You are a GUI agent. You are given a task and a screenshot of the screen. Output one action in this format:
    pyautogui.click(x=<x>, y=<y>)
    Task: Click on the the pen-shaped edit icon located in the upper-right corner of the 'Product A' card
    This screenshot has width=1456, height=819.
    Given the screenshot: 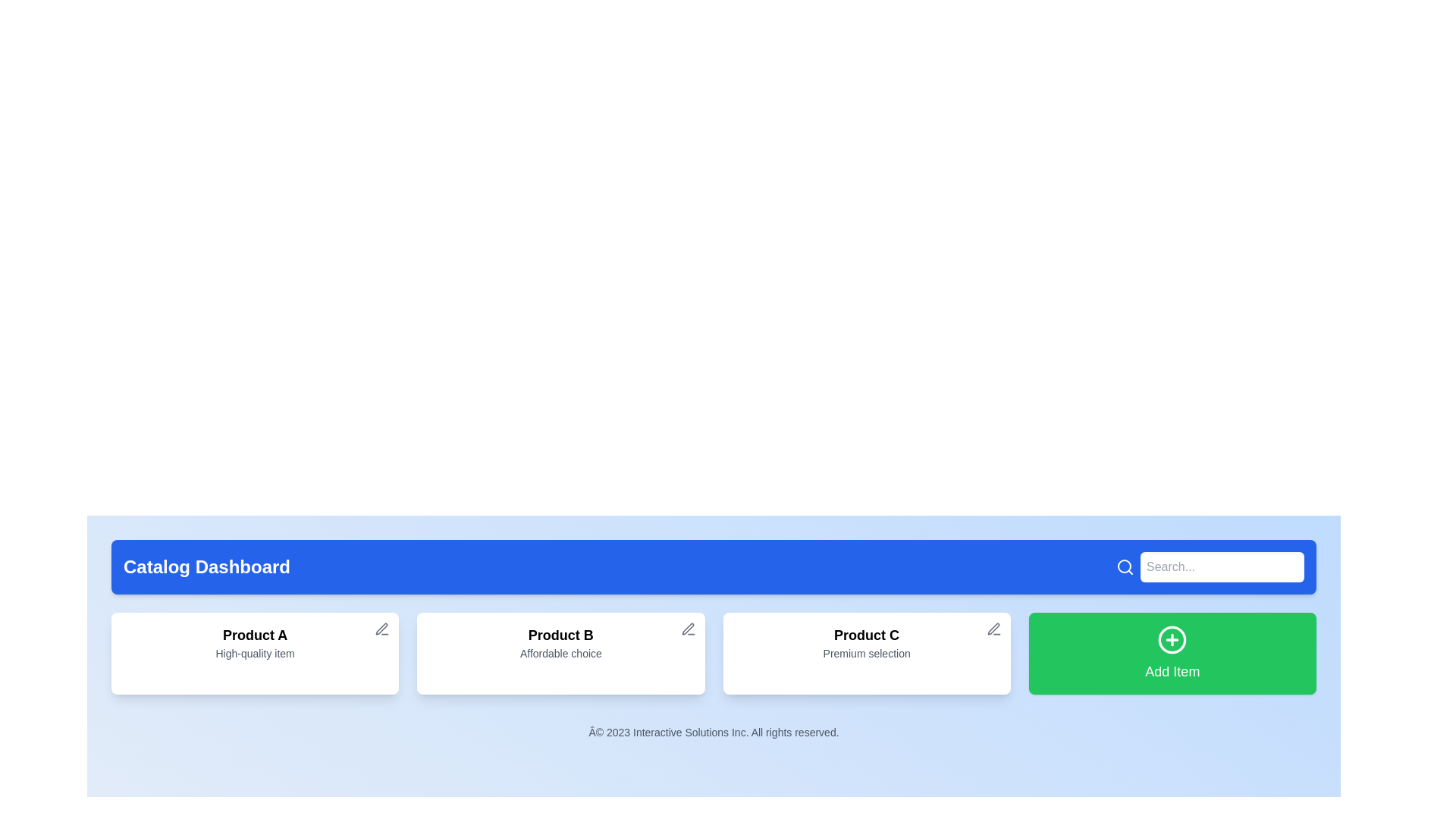 What is the action you would take?
    pyautogui.click(x=382, y=629)
    